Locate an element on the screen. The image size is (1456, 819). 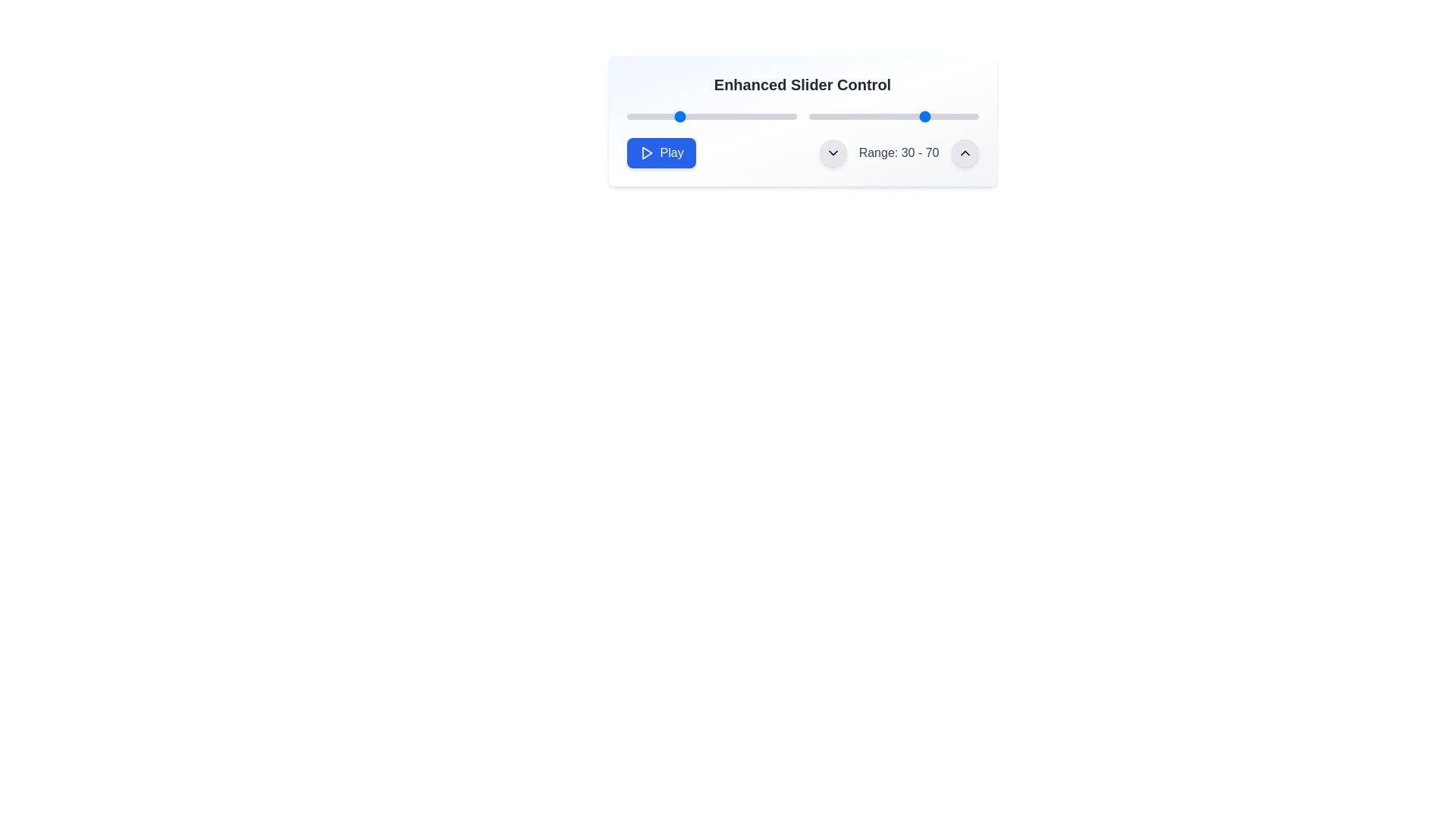
the slider value is located at coordinates (948, 116).